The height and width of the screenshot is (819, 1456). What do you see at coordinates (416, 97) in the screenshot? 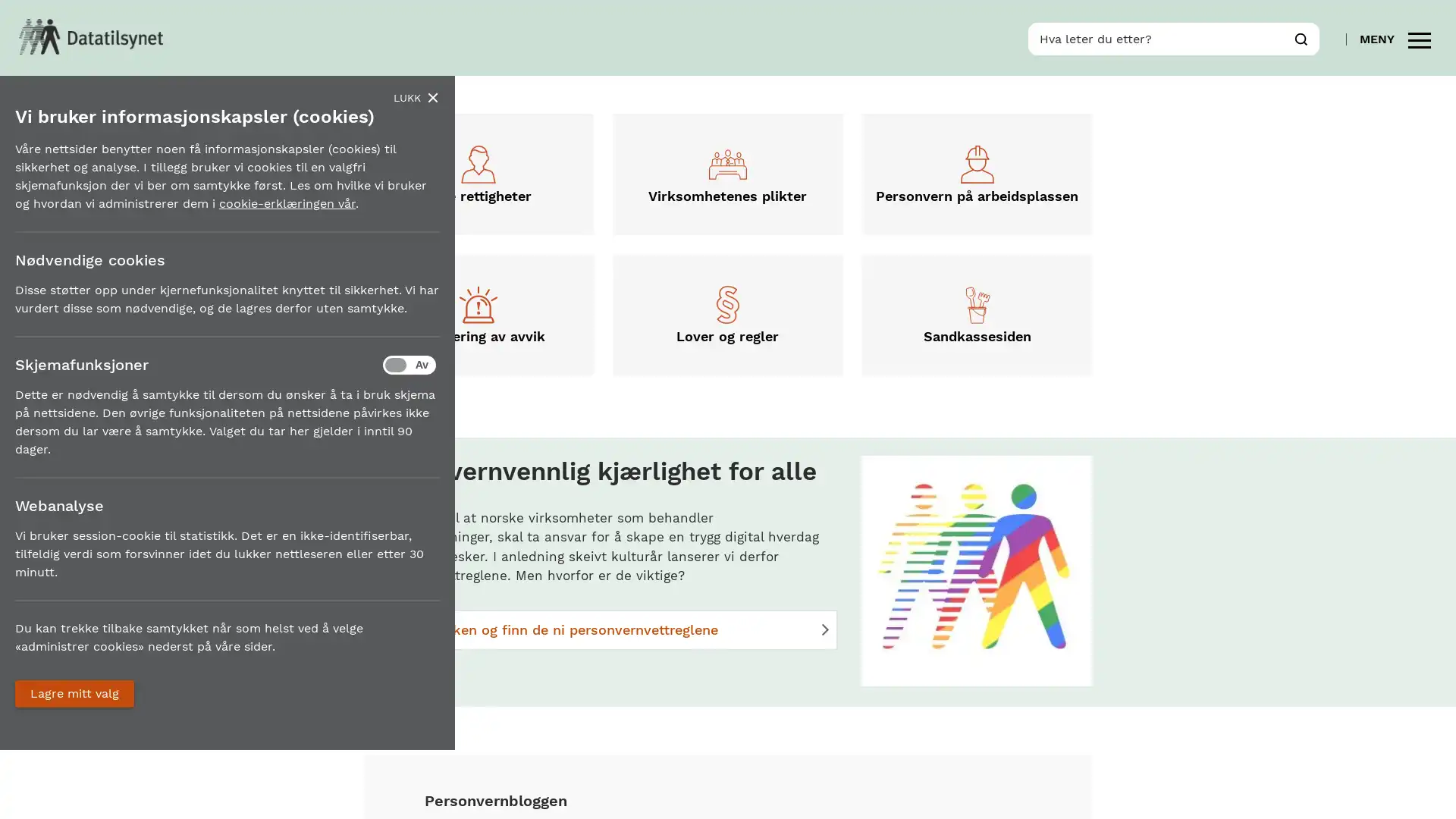
I see `LUKK` at bounding box center [416, 97].